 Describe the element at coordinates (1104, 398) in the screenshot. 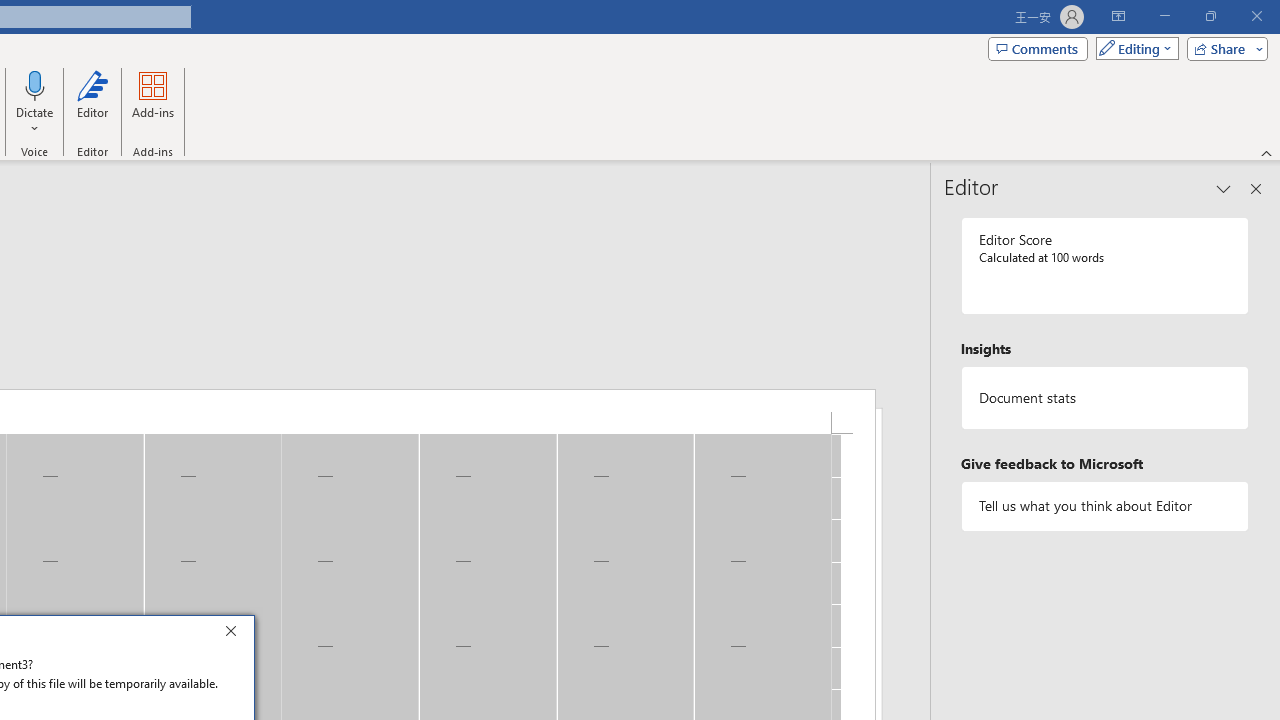

I see `'Document statistics'` at that location.